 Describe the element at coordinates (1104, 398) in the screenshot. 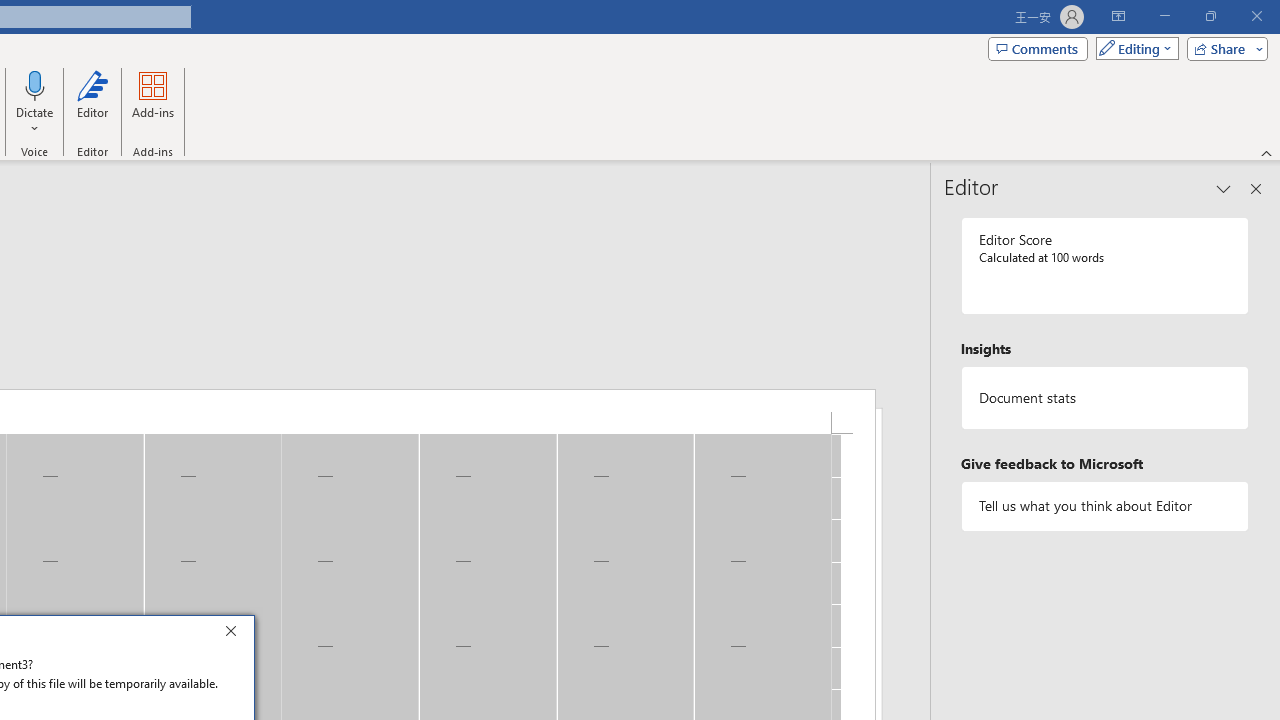

I see `'Document statistics'` at that location.